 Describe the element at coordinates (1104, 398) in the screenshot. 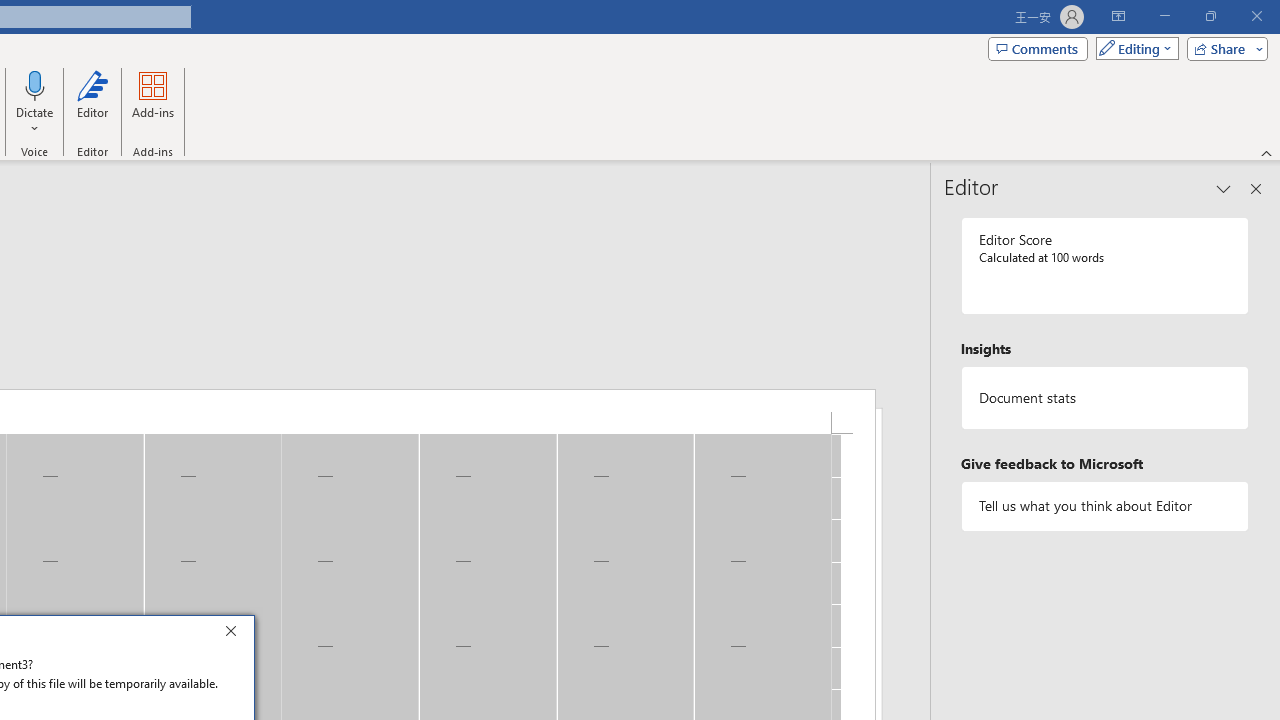

I see `'Document statistics'` at that location.